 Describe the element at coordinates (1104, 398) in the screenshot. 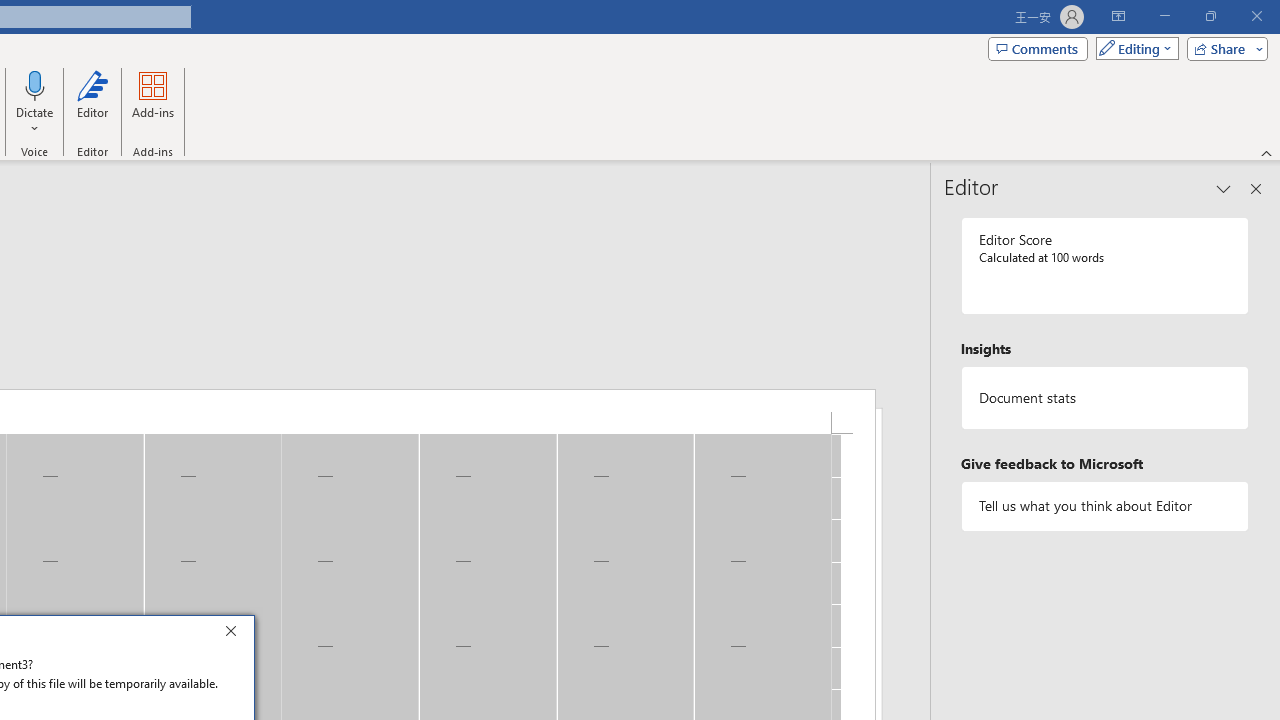

I see `'Document statistics'` at that location.